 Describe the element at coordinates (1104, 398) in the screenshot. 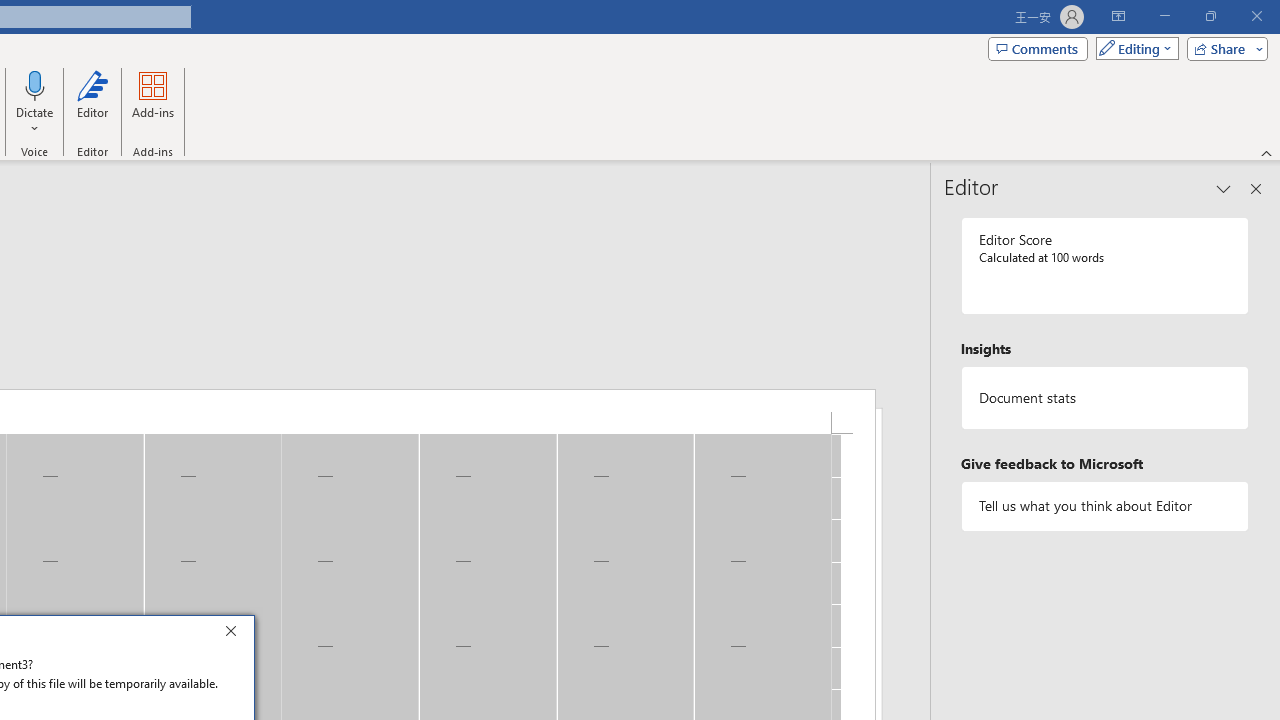

I see `'Document statistics'` at that location.